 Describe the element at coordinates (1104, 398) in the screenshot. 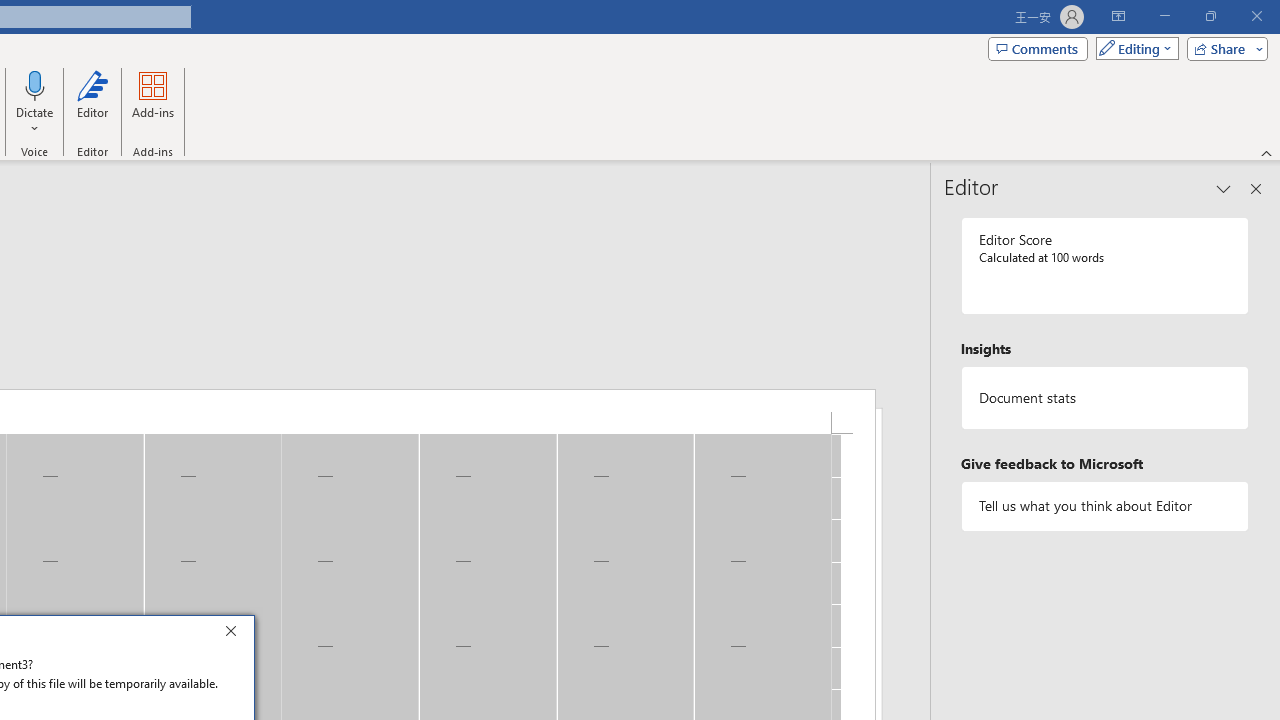

I see `'Document statistics'` at that location.